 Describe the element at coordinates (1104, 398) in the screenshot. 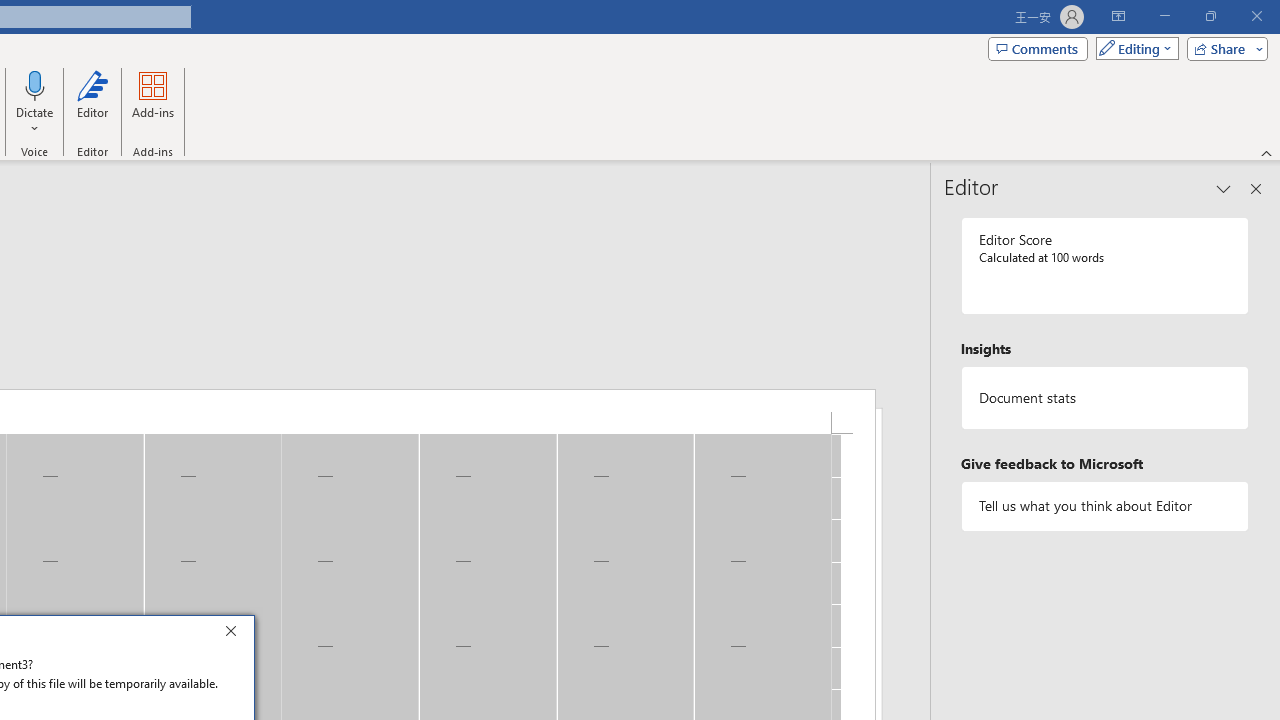

I see `'Document statistics'` at that location.